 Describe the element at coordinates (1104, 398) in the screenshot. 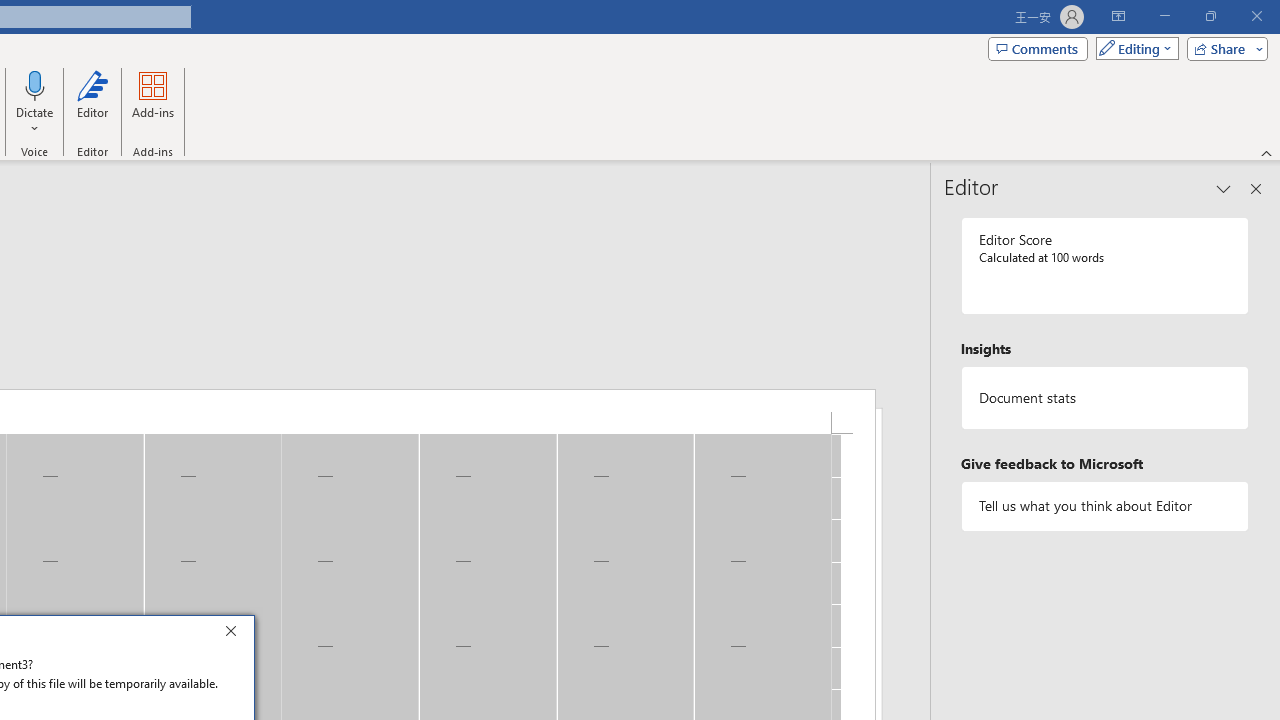

I see `'Document statistics'` at that location.